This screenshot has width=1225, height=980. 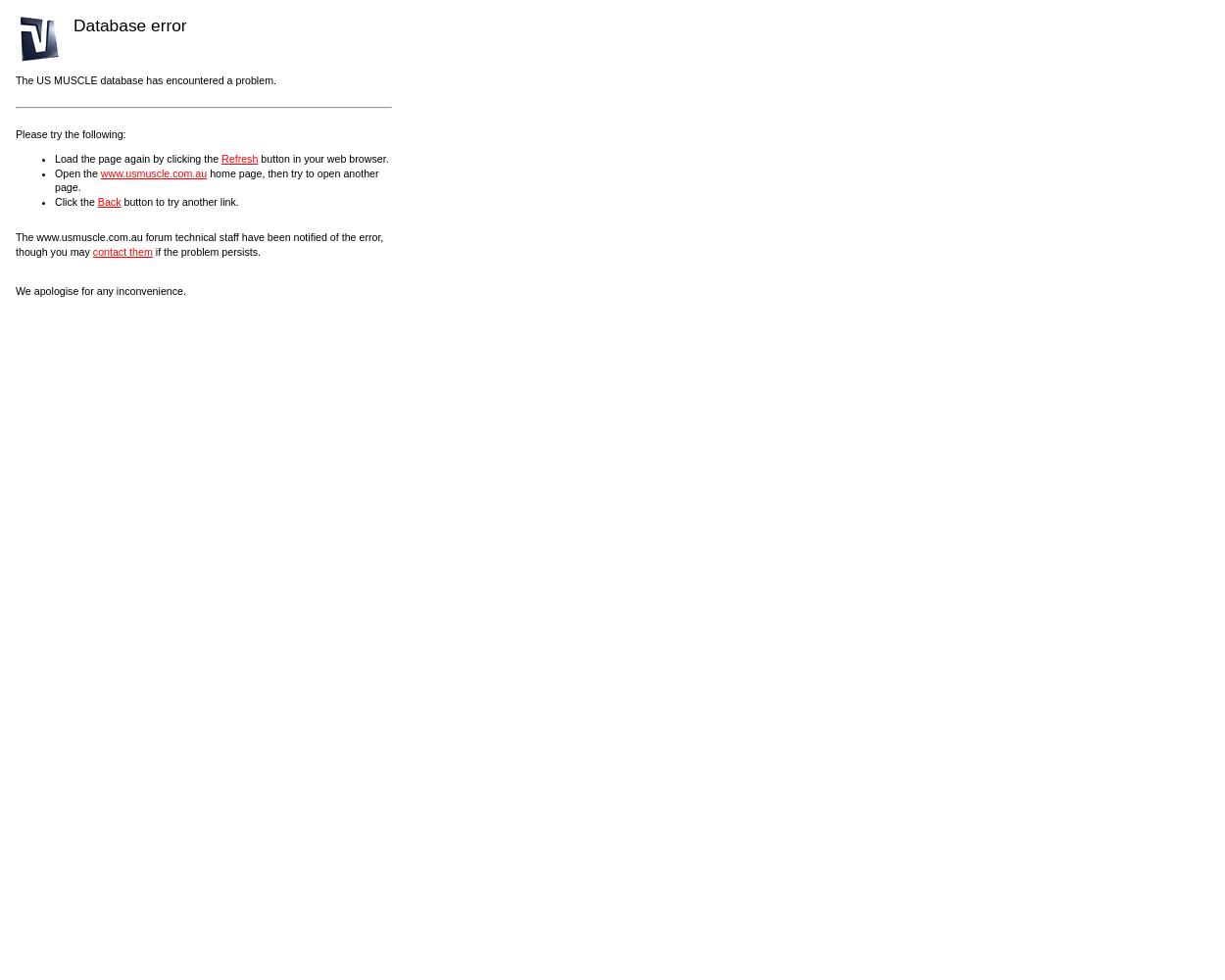 I want to click on 'Back', so click(x=108, y=200).